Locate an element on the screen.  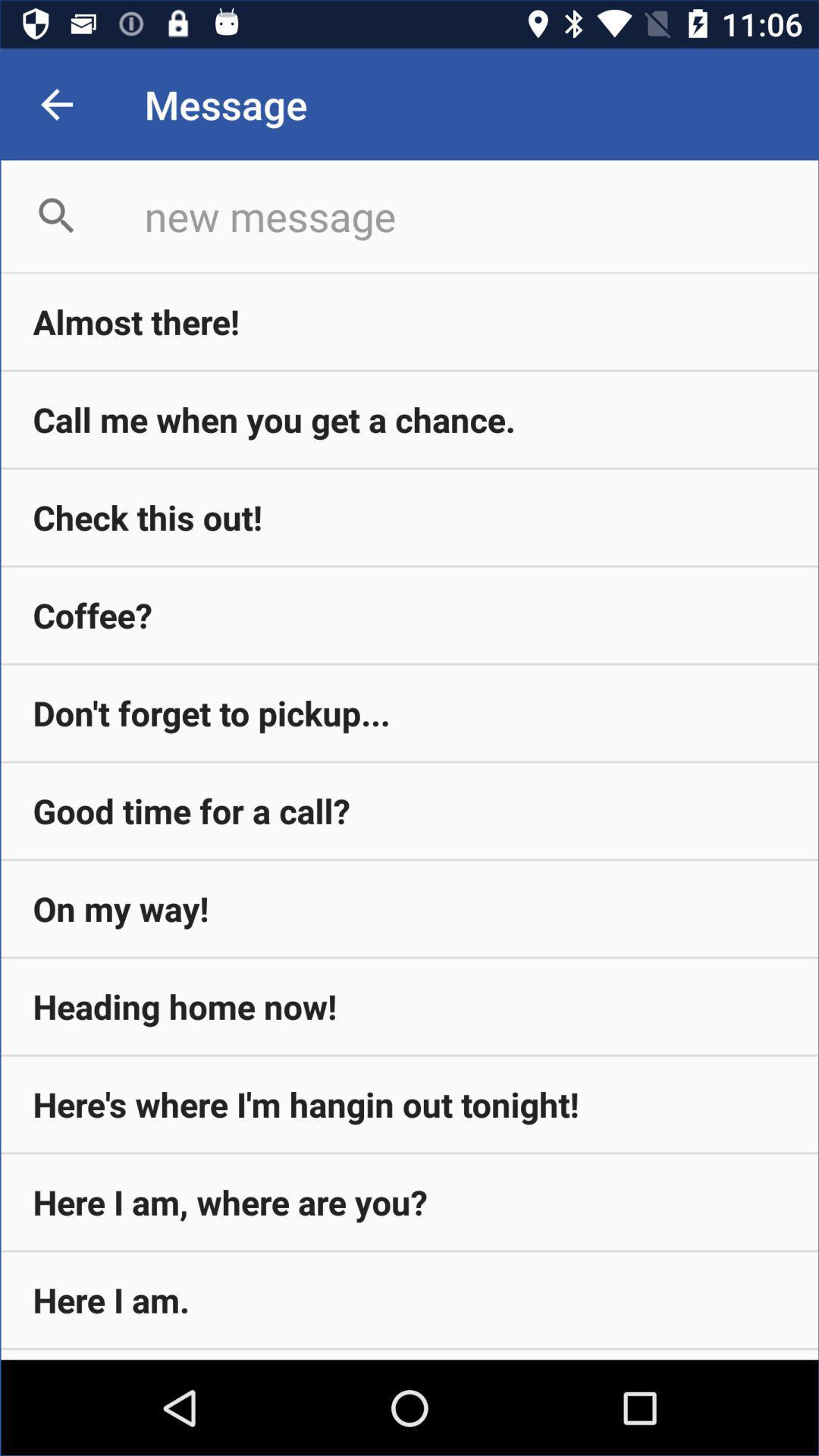
the icon above the heading home now! item is located at coordinates (409, 908).